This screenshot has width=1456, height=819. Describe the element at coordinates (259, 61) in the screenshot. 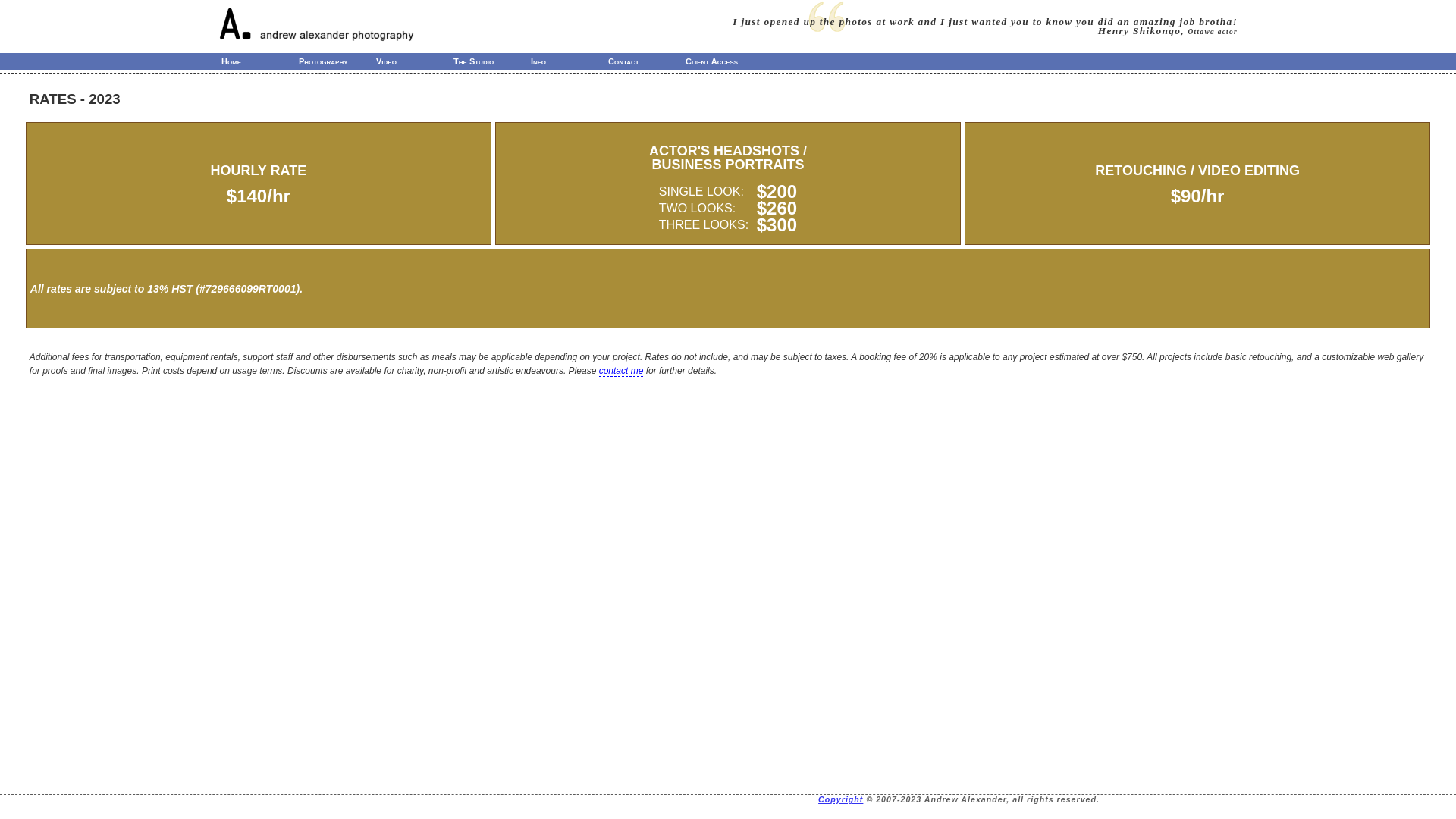

I see `'Home'` at that location.